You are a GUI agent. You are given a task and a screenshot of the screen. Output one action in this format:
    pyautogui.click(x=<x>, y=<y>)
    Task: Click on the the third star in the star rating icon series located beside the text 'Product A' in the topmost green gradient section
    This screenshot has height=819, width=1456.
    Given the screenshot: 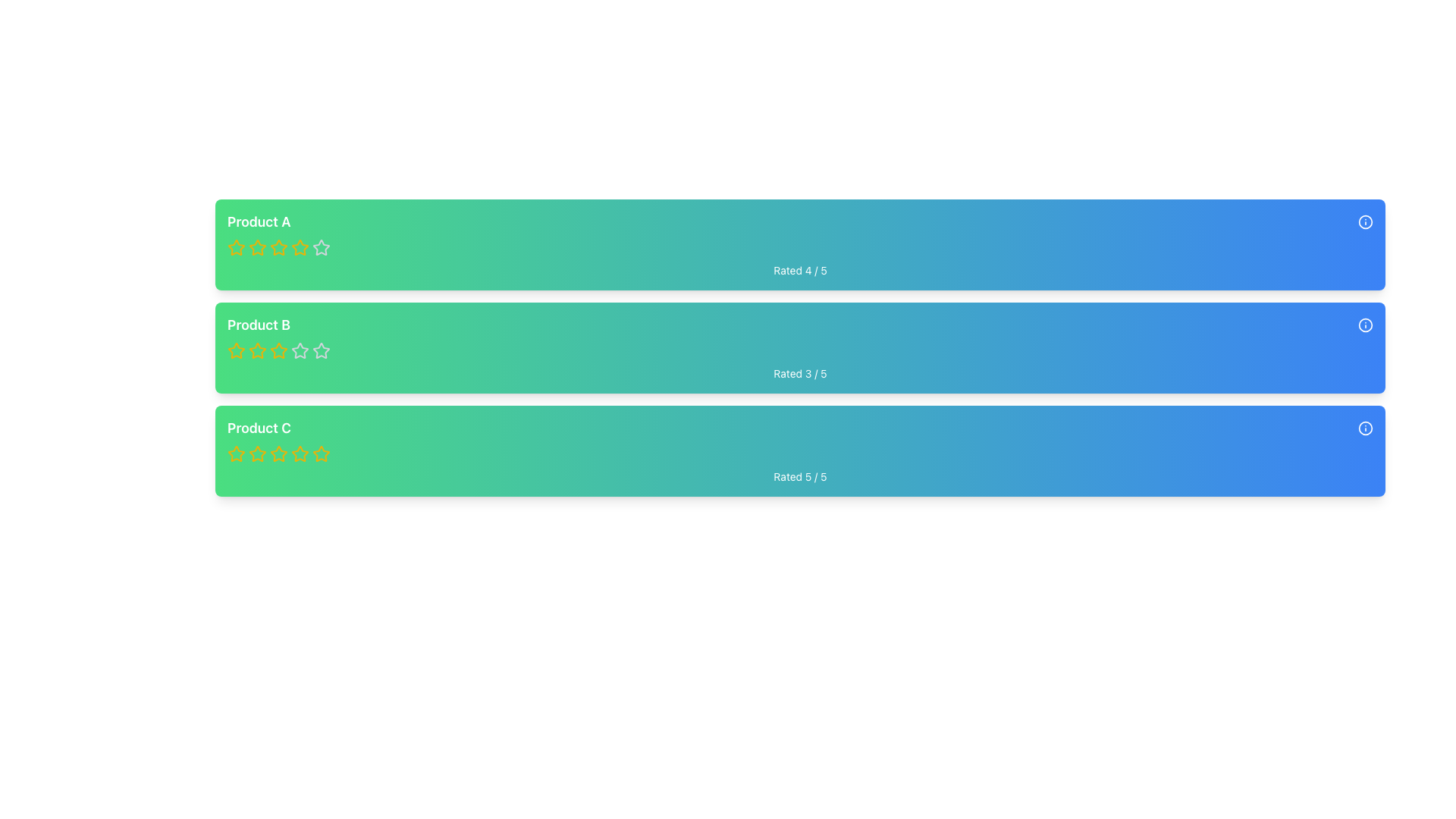 What is the action you would take?
    pyautogui.click(x=258, y=247)
    